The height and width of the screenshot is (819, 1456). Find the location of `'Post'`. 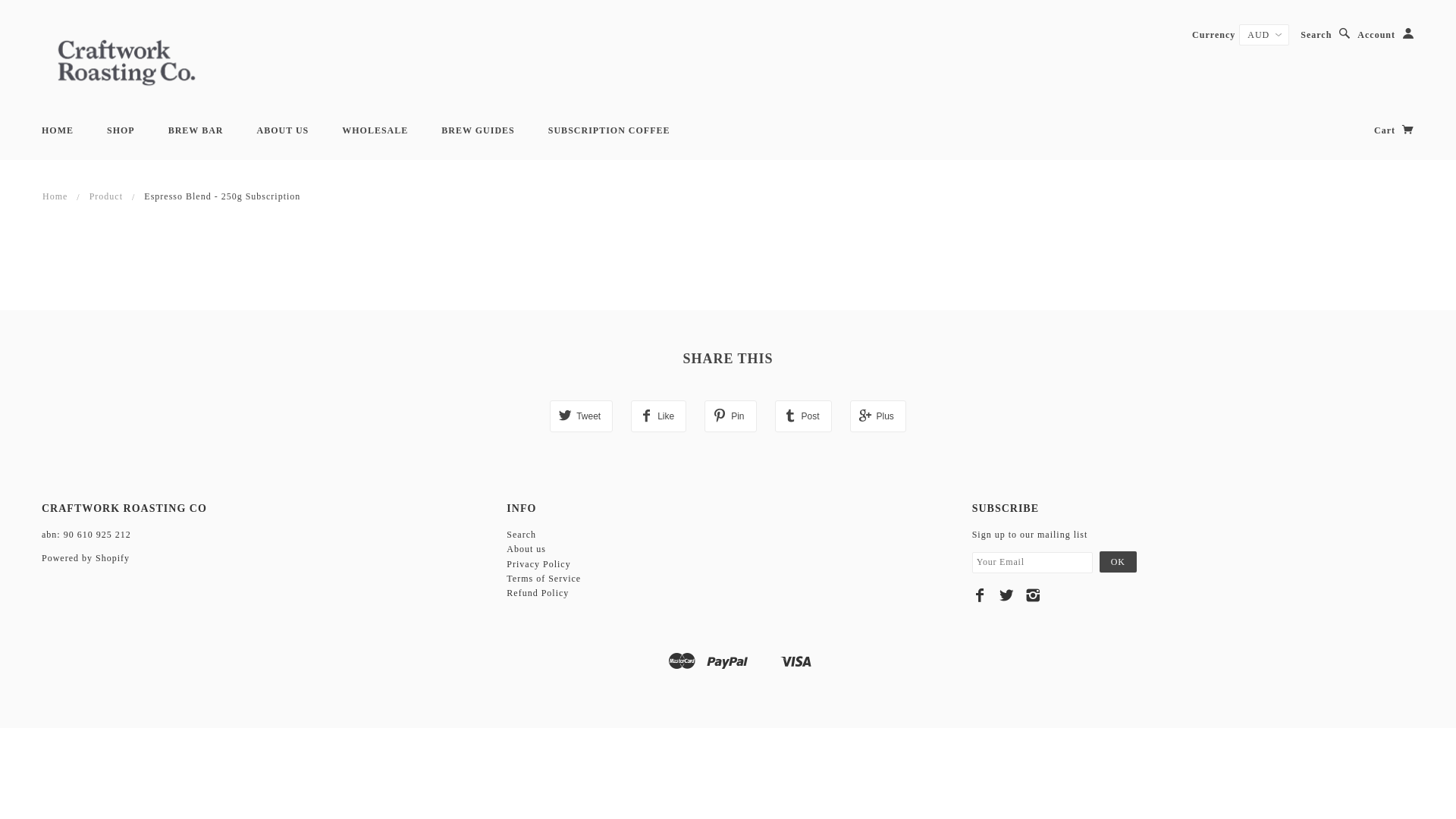

'Post' is located at coordinates (775, 416).